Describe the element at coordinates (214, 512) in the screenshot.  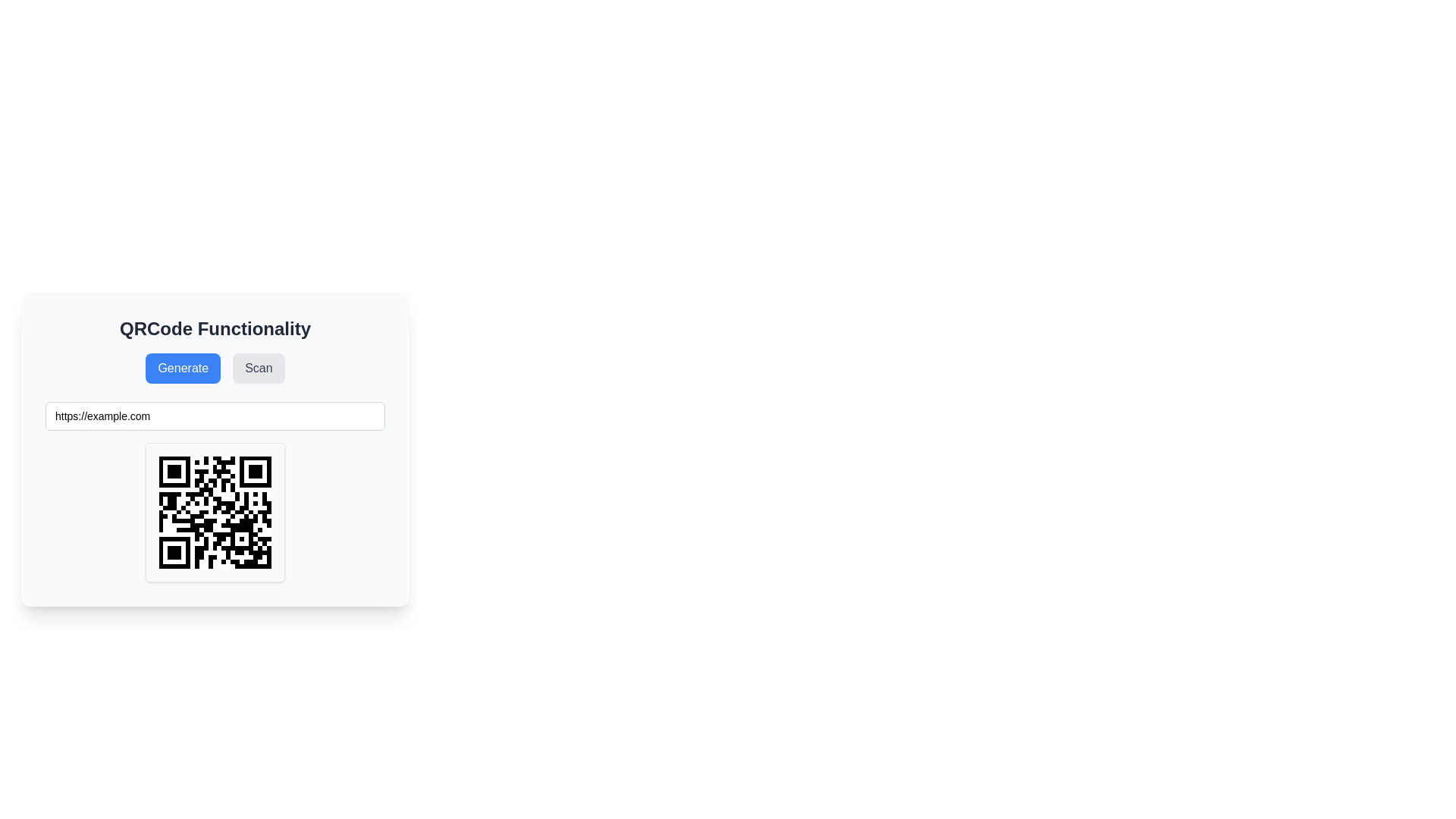
I see `the QR code image that encodes the URL 'https://example.com' to select it` at that location.